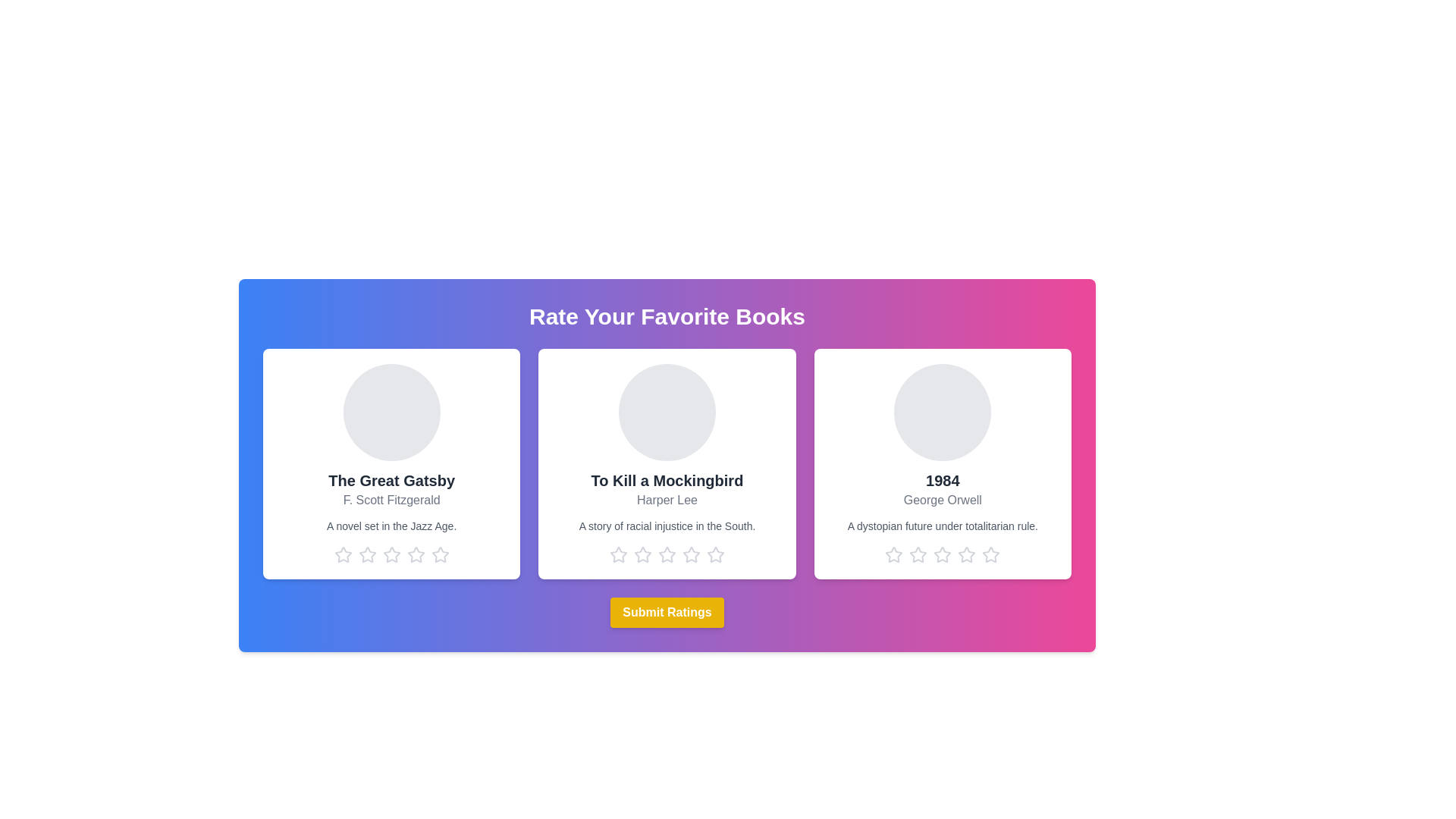  Describe the element at coordinates (691, 555) in the screenshot. I see `the star corresponding to 4 stars for the book titled To Kill a Mockingbird` at that location.